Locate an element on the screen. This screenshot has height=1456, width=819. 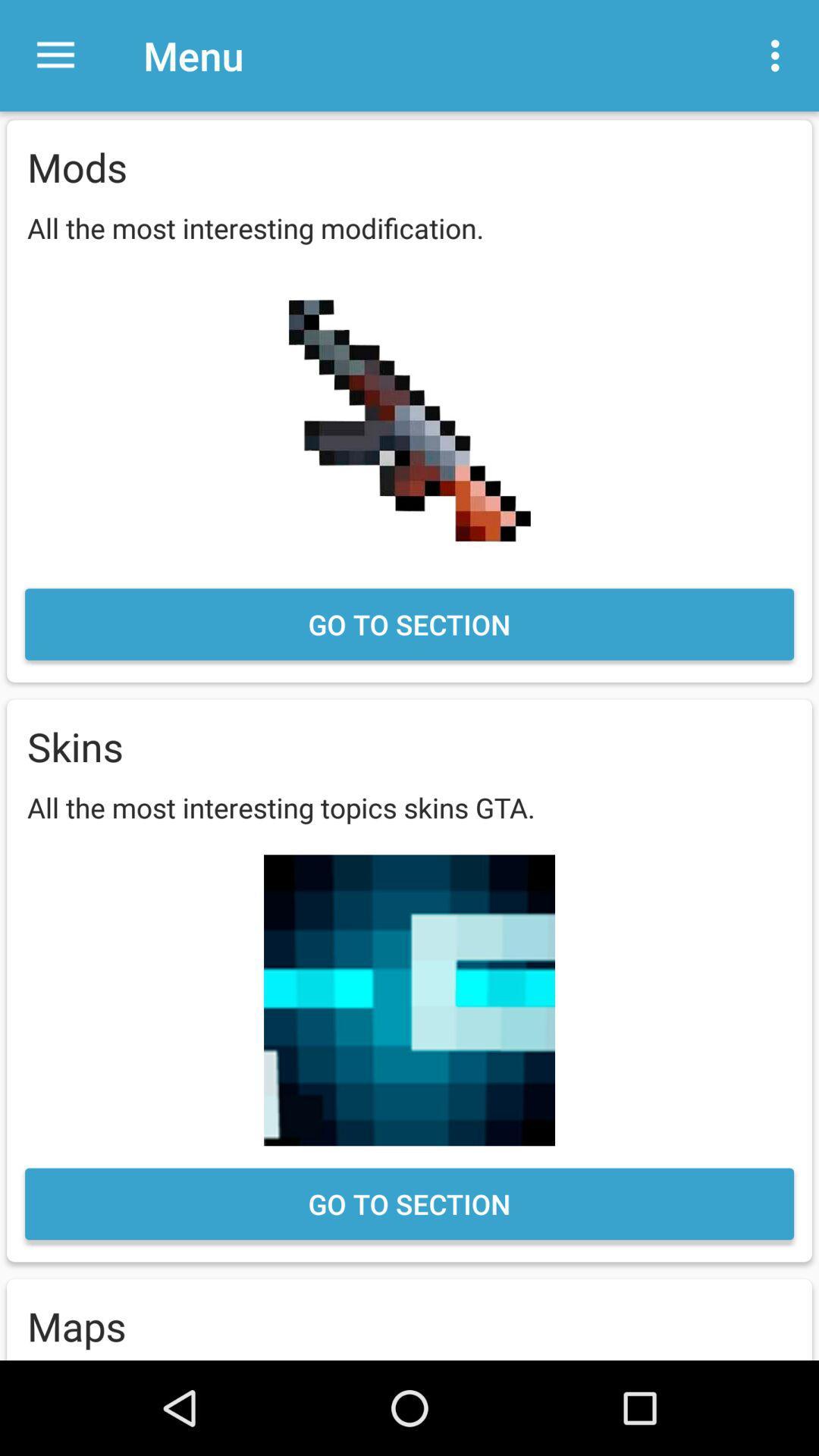
the item above the mods item is located at coordinates (55, 55).